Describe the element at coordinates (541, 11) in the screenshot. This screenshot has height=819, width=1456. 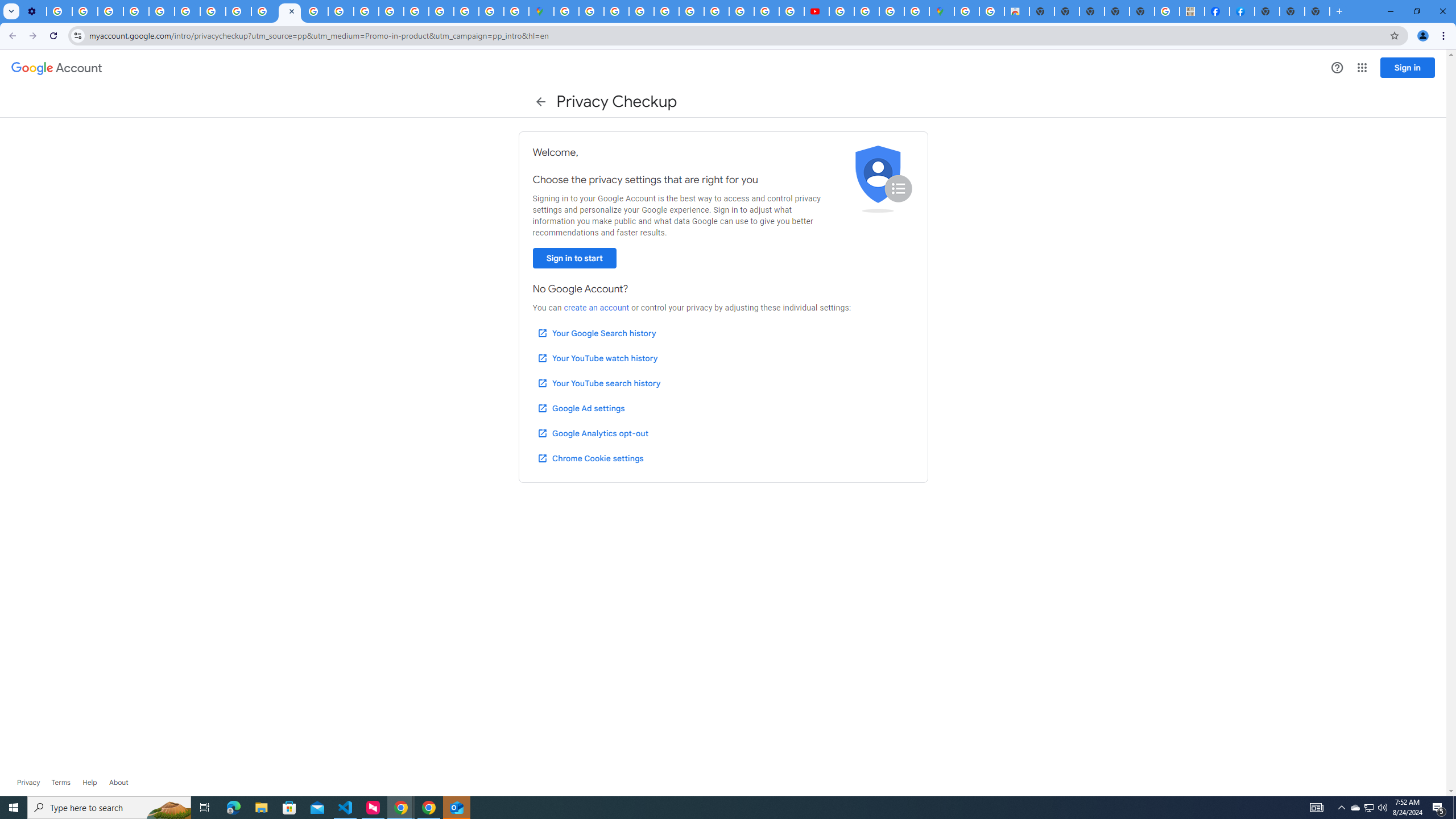
I see `'Google Maps'` at that location.